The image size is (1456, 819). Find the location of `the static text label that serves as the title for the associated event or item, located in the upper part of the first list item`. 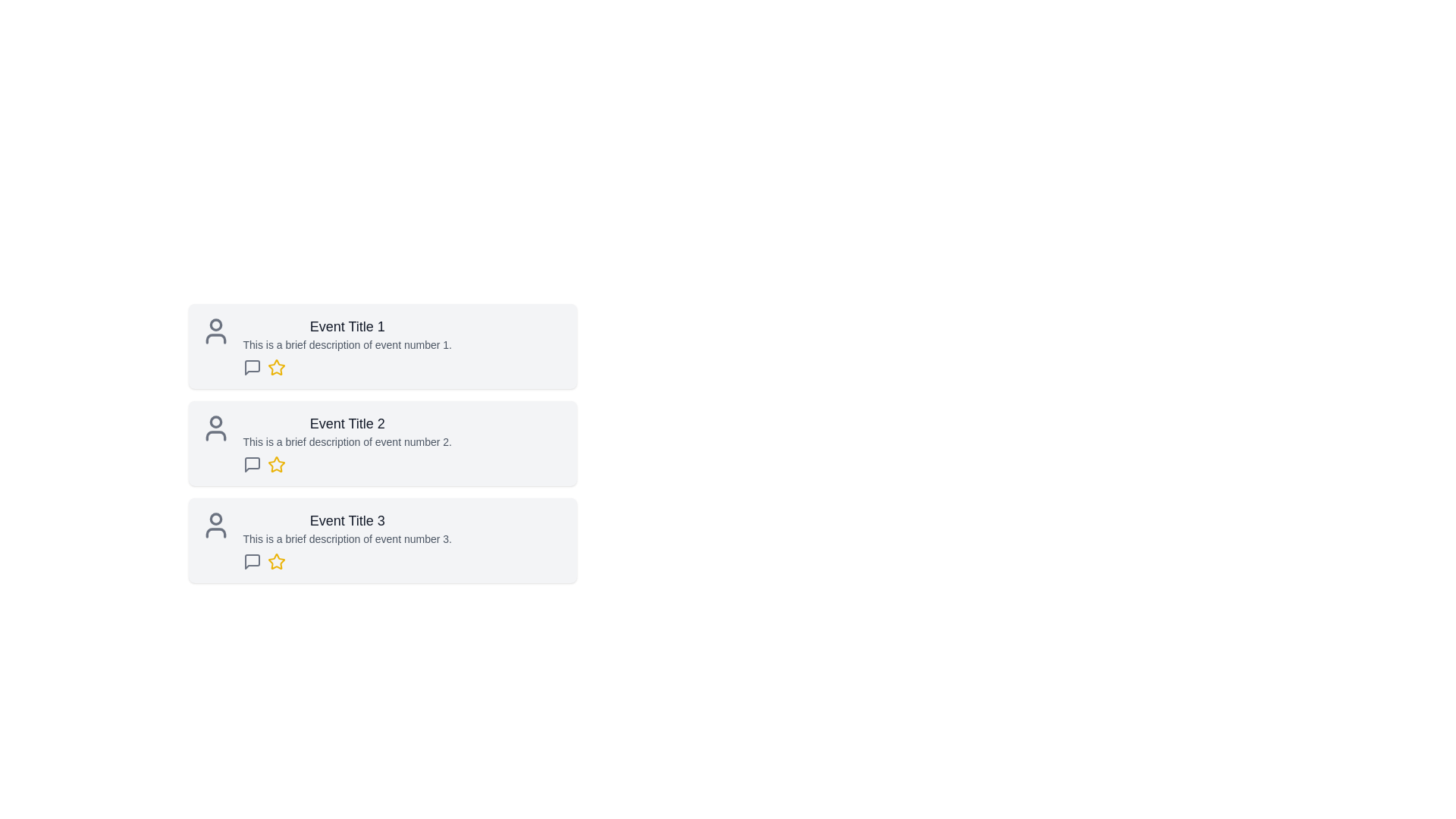

the static text label that serves as the title for the associated event or item, located in the upper part of the first list item is located at coordinates (347, 326).